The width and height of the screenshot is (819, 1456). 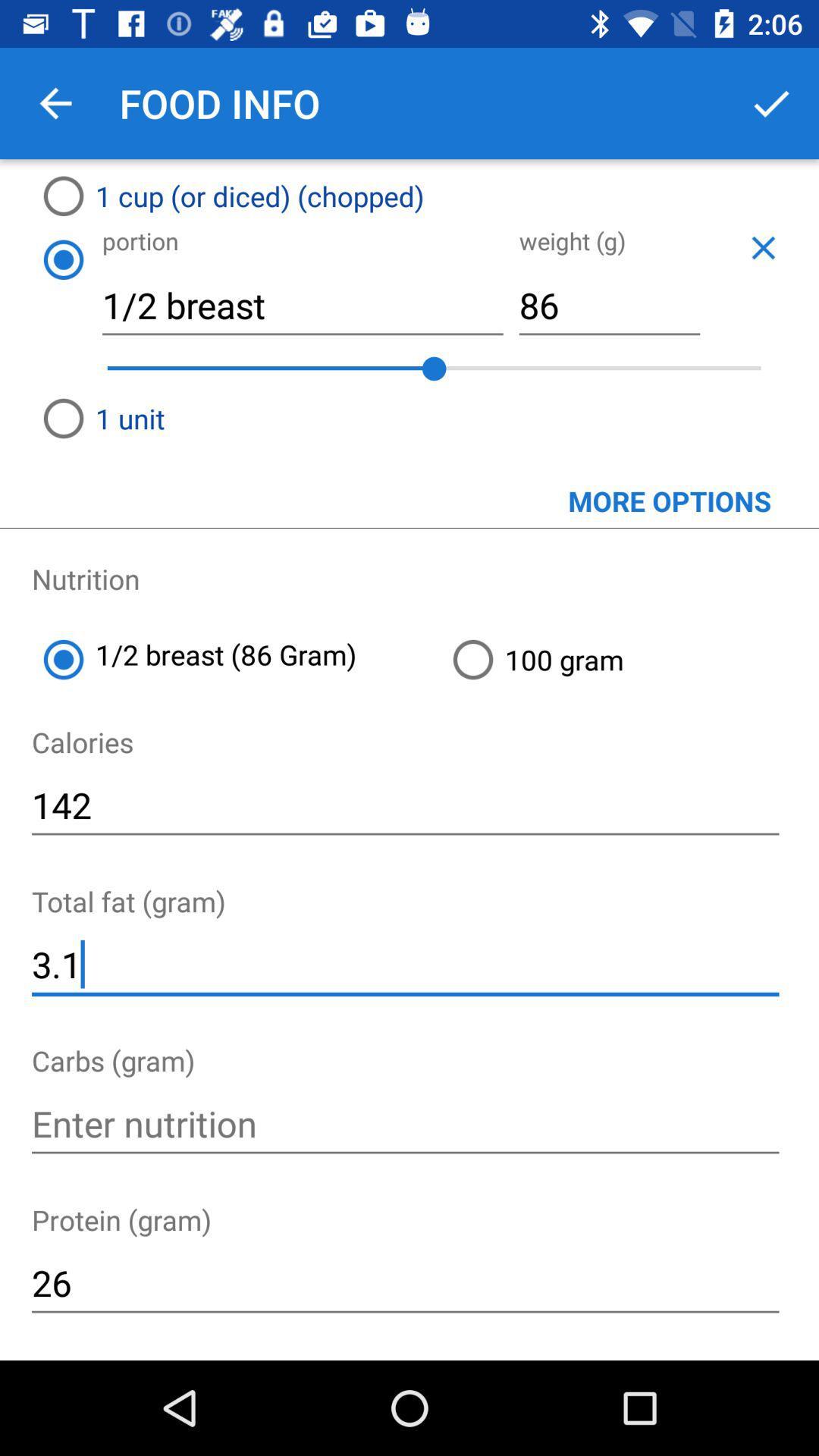 I want to click on carbs value, so click(x=404, y=1124).